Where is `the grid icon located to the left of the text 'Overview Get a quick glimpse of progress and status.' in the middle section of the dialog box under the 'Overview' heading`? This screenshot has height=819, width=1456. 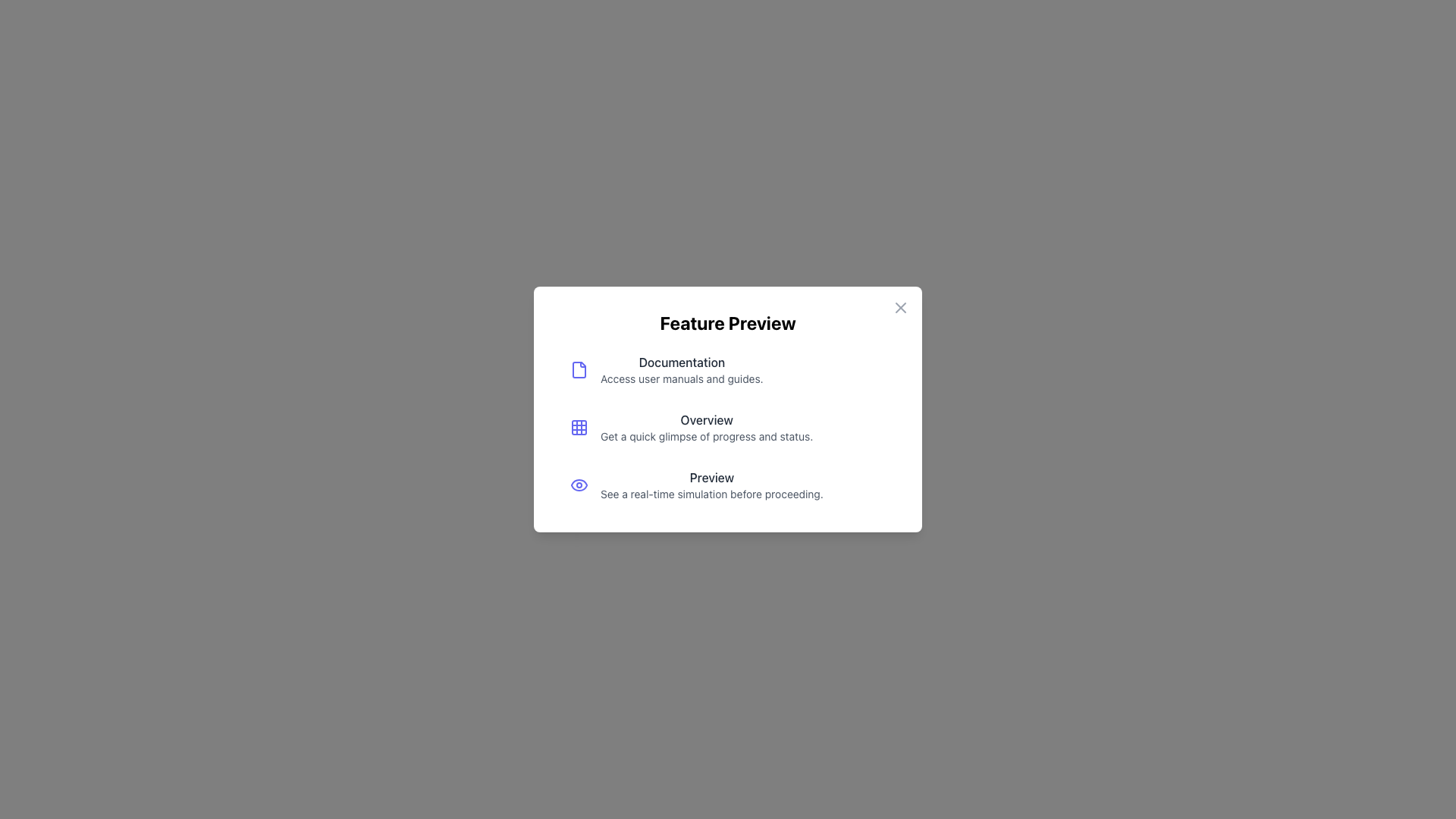 the grid icon located to the left of the text 'Overview Get a quick glimpse of progress and status.' in the middle section of the dialog box under the 'Overview' heading is located at coordinates (578, 427).